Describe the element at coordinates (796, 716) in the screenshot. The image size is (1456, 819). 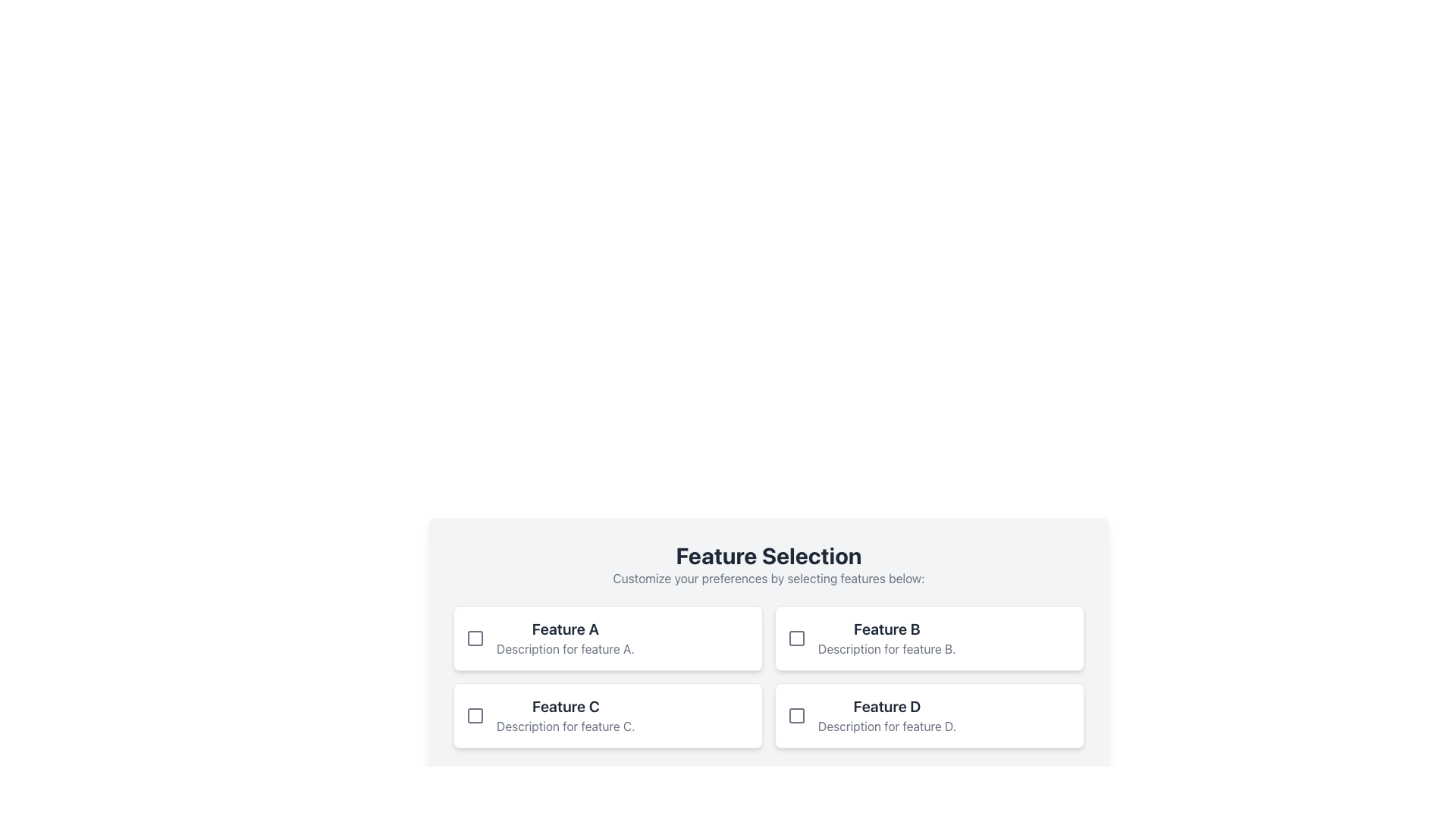
I see `the checkbox icon with a gray border adjacent to the text 'Feature D'` at that location.